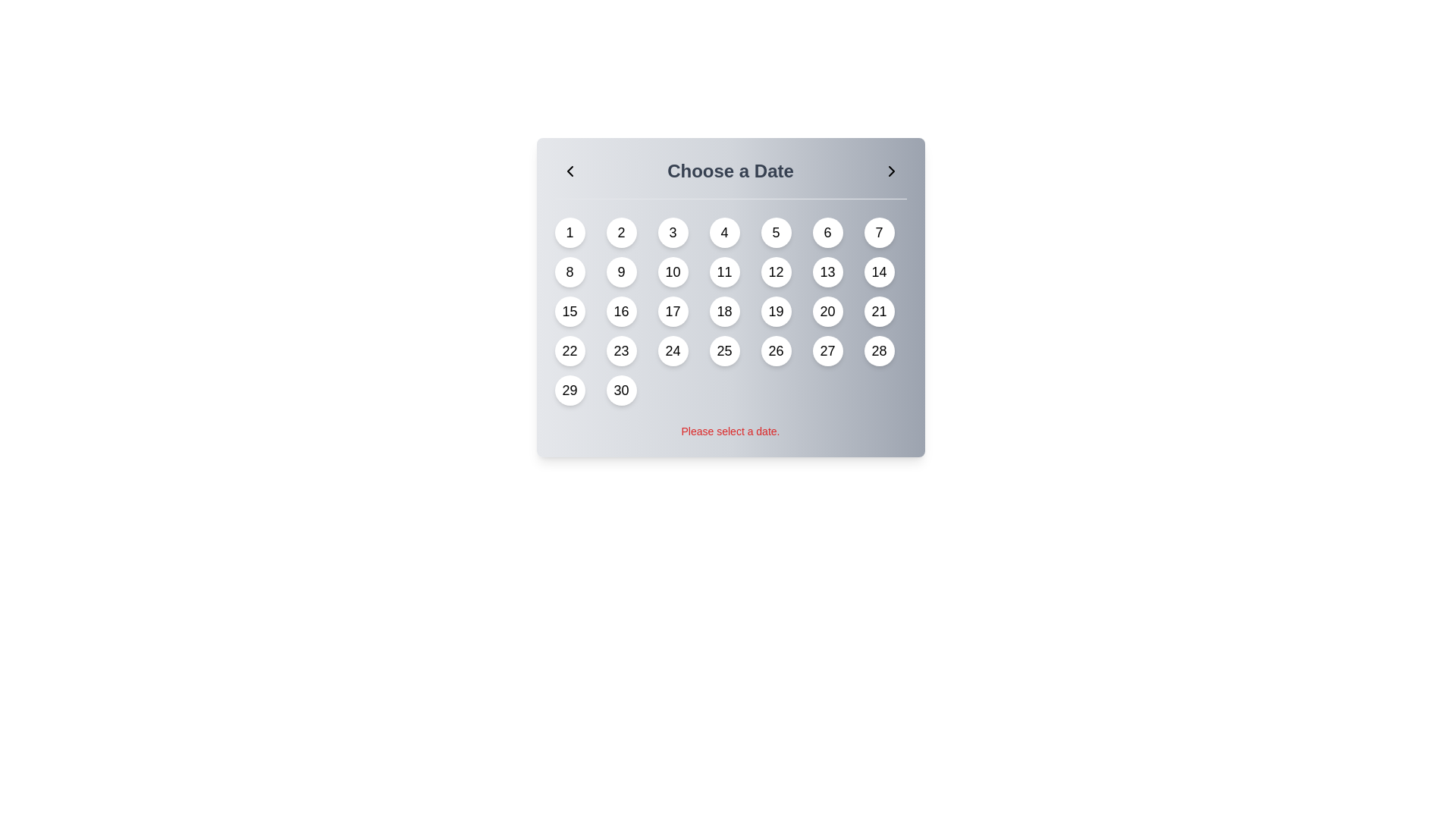 This screenshot has width=1456, height=819. I want to click on the button labeled '9' in the calendar interface, so click(621, 271).